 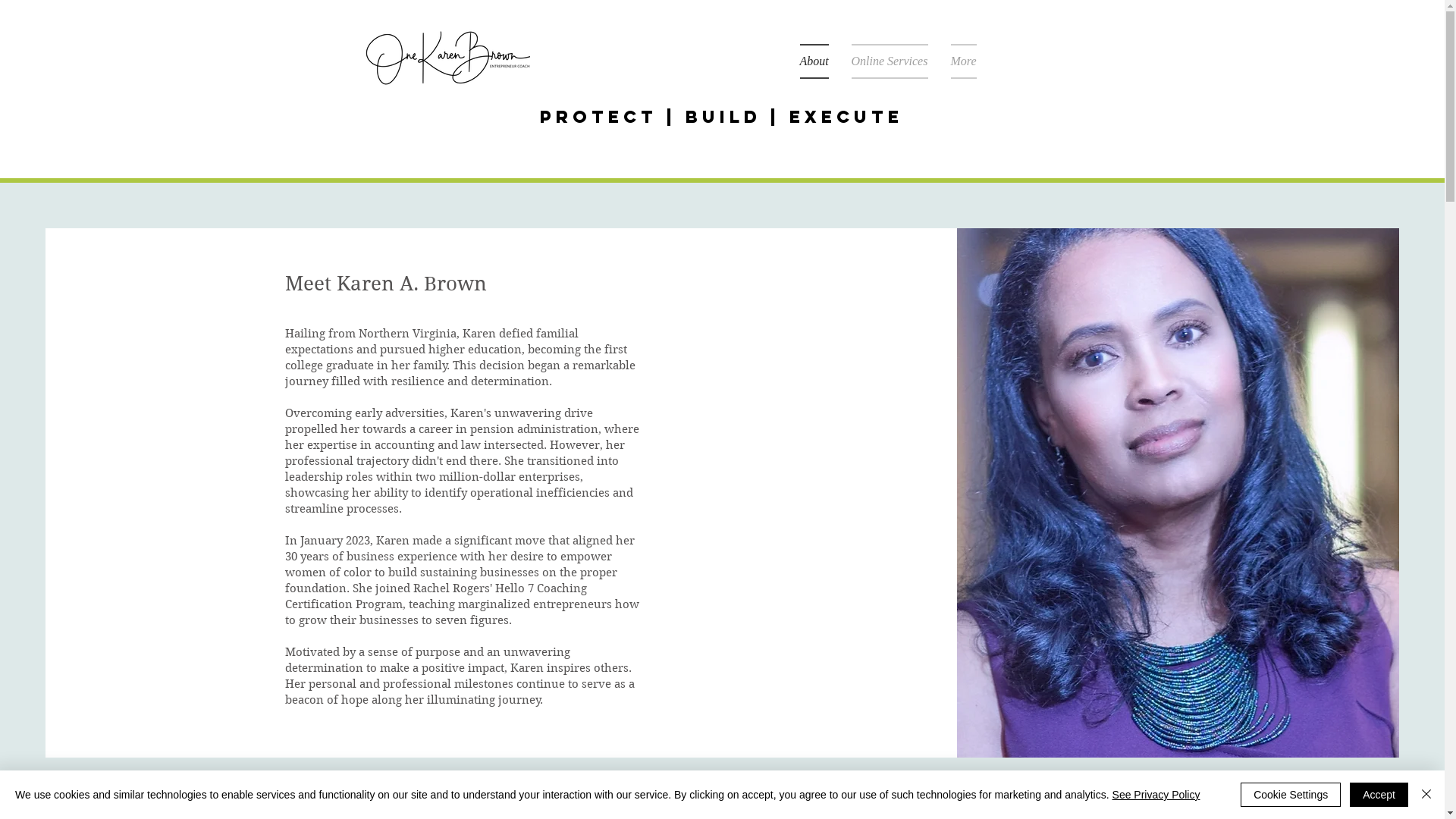 What do you see at coordinates (839, 61) in the screenshot?
I see `'Online Services'` at bounding box center [839, 61].